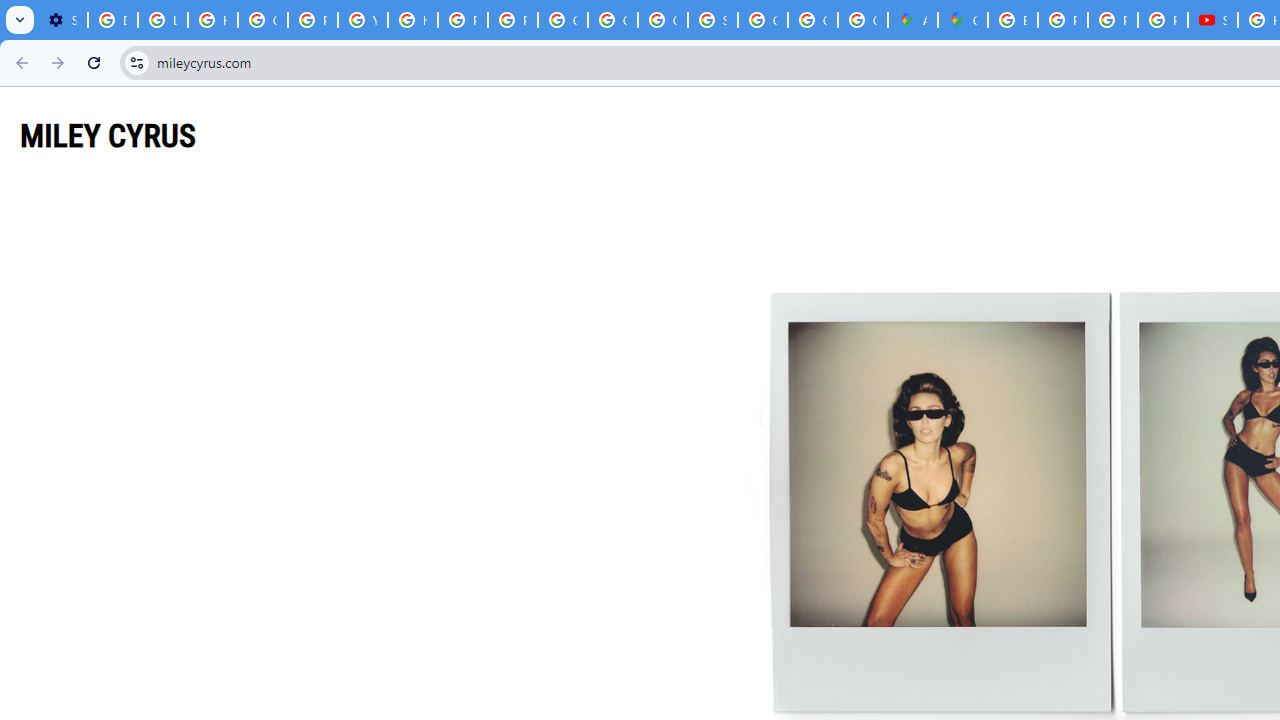 This screenshot has height=720, width=1280. I want to click on 'Google Maps', so click(963, 20).